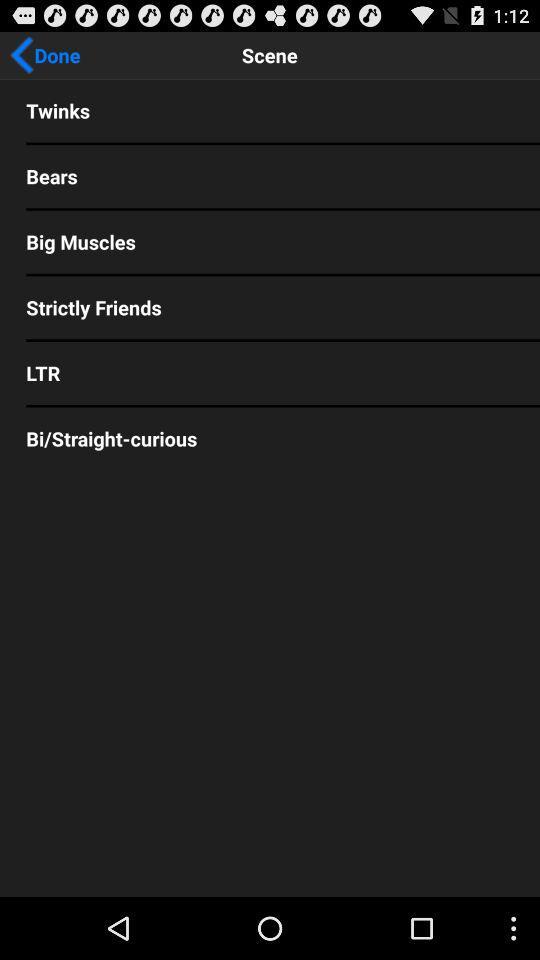 The image size is (540, 960). Describe the element at coordinates (270, 240) in the screenshot. I see `big muscles` at that location.